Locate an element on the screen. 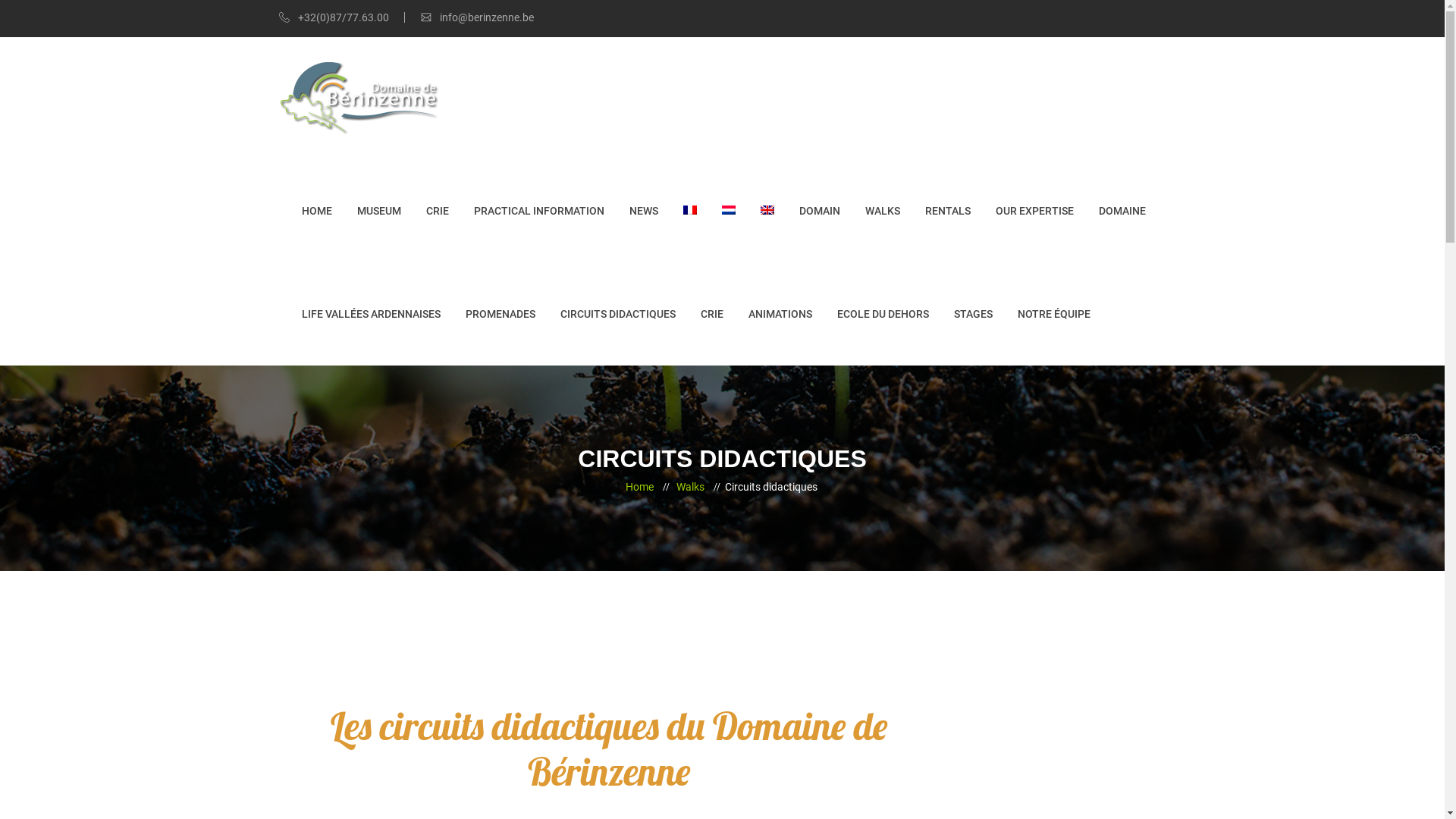  'Home' is located at coordinates (639, 488).